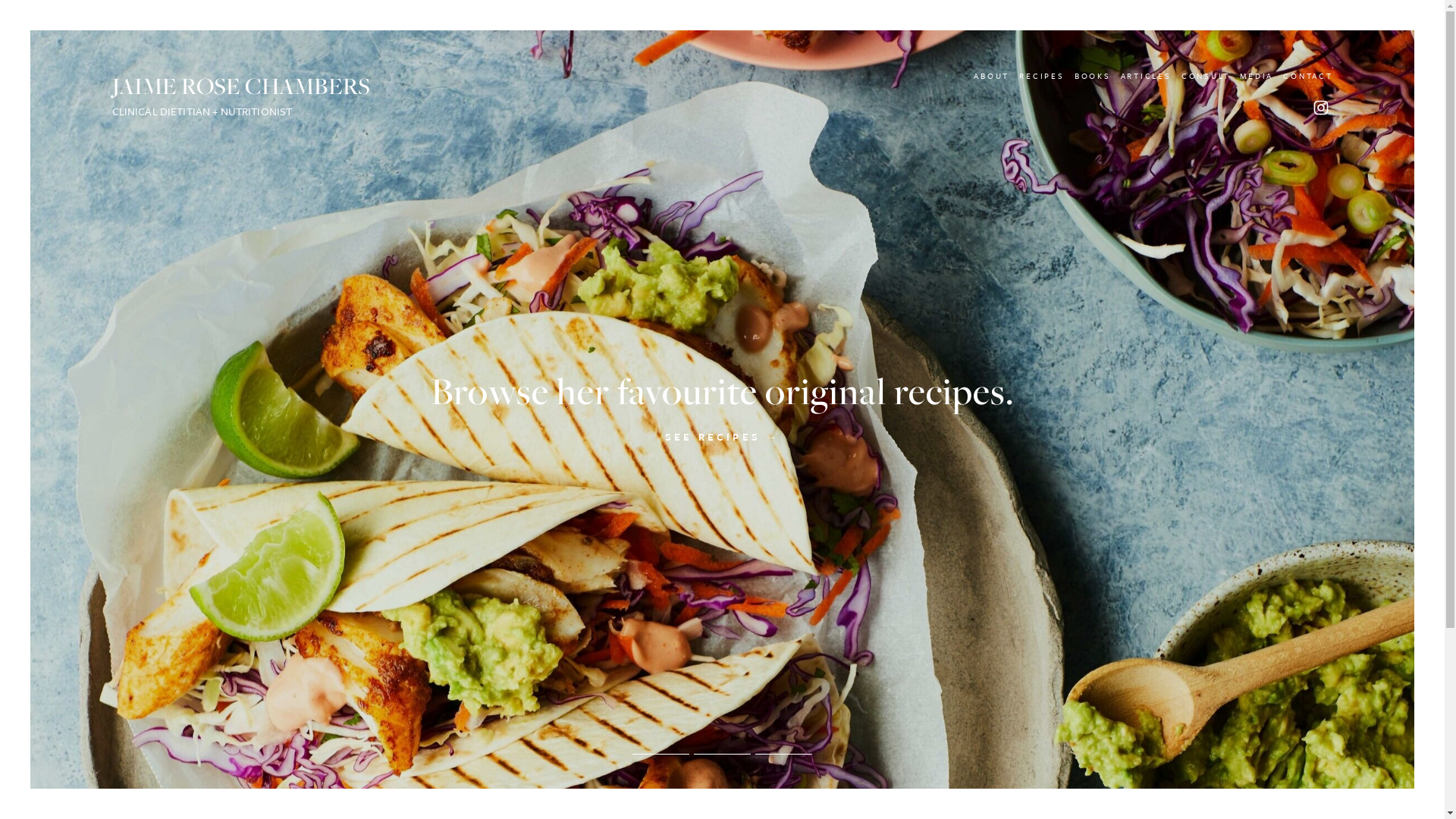  What do you see at coordinates (991, 76) in the screenshot?
I see `'ABOUT'` at bounding box center [991, 76].